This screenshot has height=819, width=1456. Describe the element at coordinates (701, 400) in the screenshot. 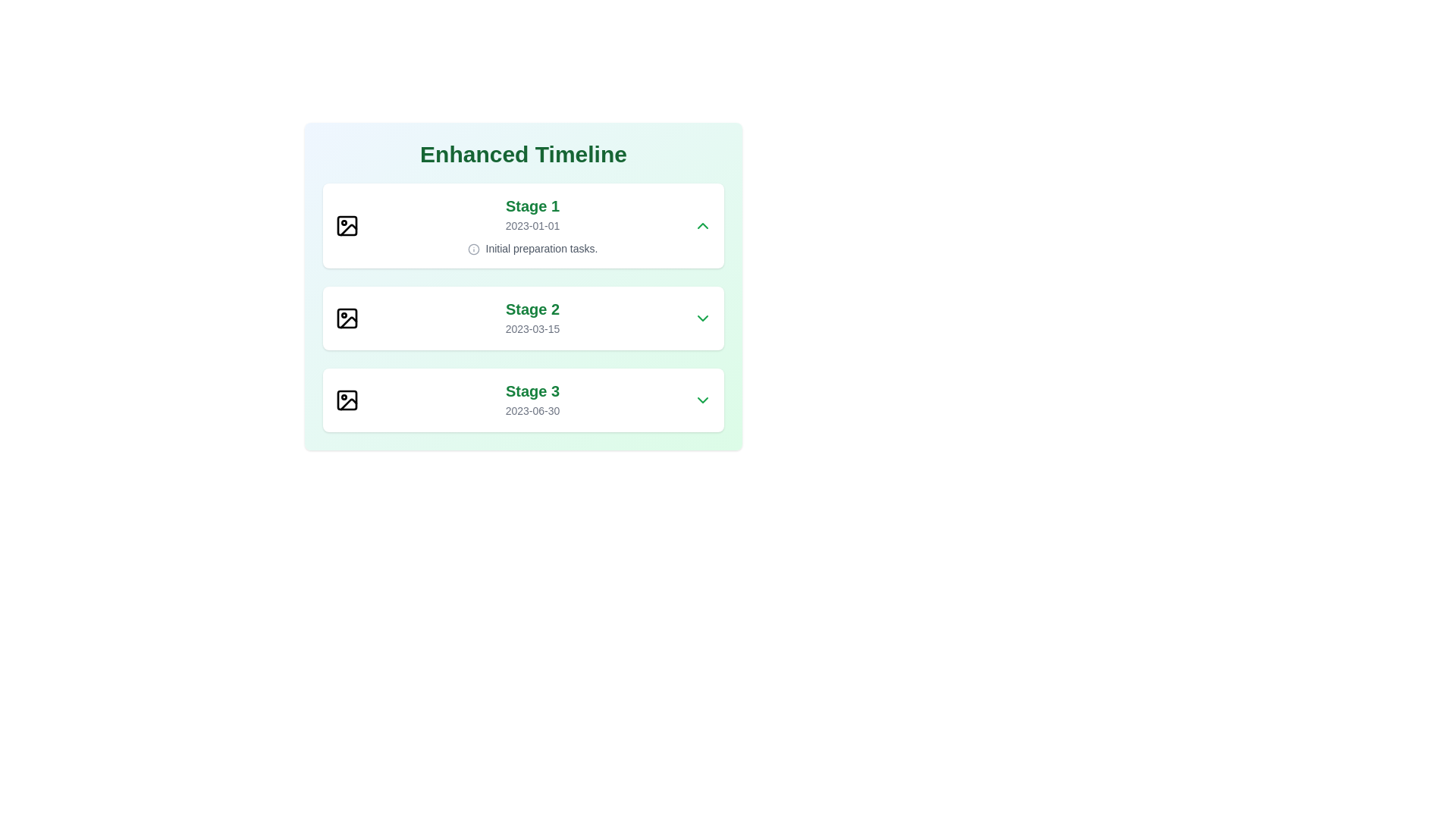

I see `the green downward-pointing chevron icon on the right side of the 'Stage 3 2023-06-30' panel` at that location.